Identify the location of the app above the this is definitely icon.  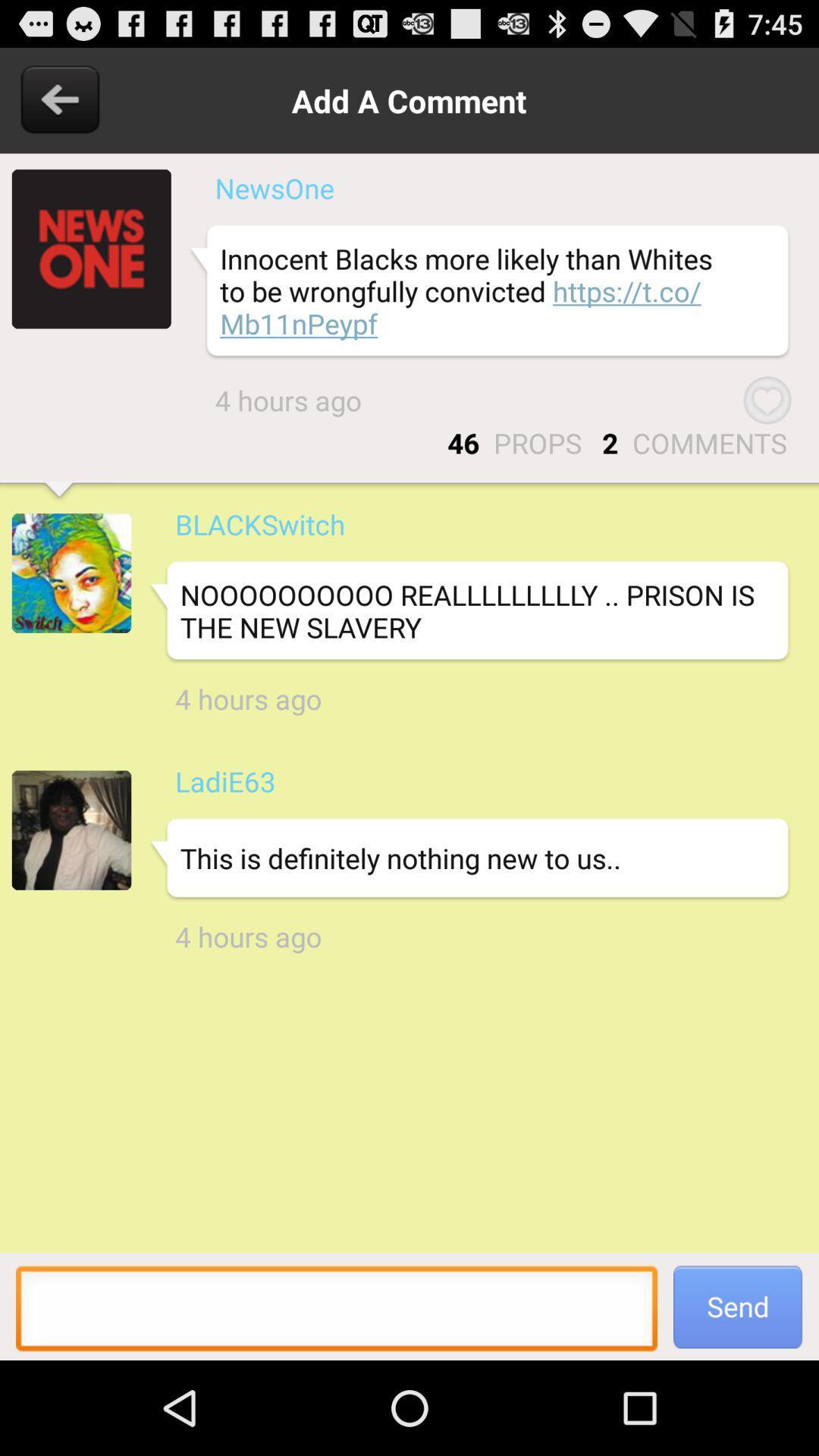
(225, 781).